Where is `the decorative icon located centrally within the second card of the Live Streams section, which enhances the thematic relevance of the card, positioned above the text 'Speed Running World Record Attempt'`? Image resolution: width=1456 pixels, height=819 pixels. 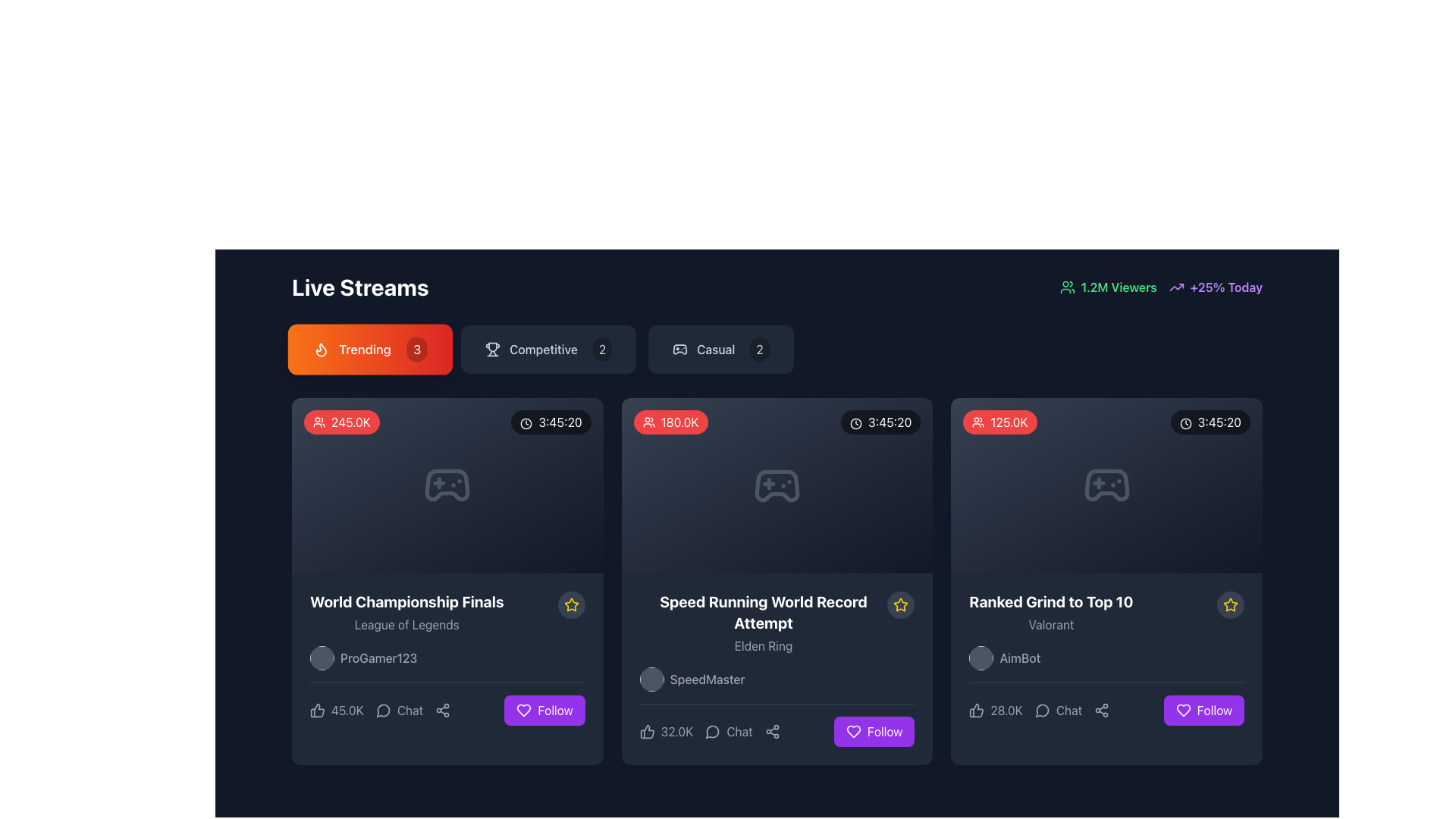
the decorative icon located centrally within the second card of the Live Streams section, which enhances the thematic relevance of the card, positioned above the text 'Speed Running World Record Attempt' is located at coordinates (777, 485).